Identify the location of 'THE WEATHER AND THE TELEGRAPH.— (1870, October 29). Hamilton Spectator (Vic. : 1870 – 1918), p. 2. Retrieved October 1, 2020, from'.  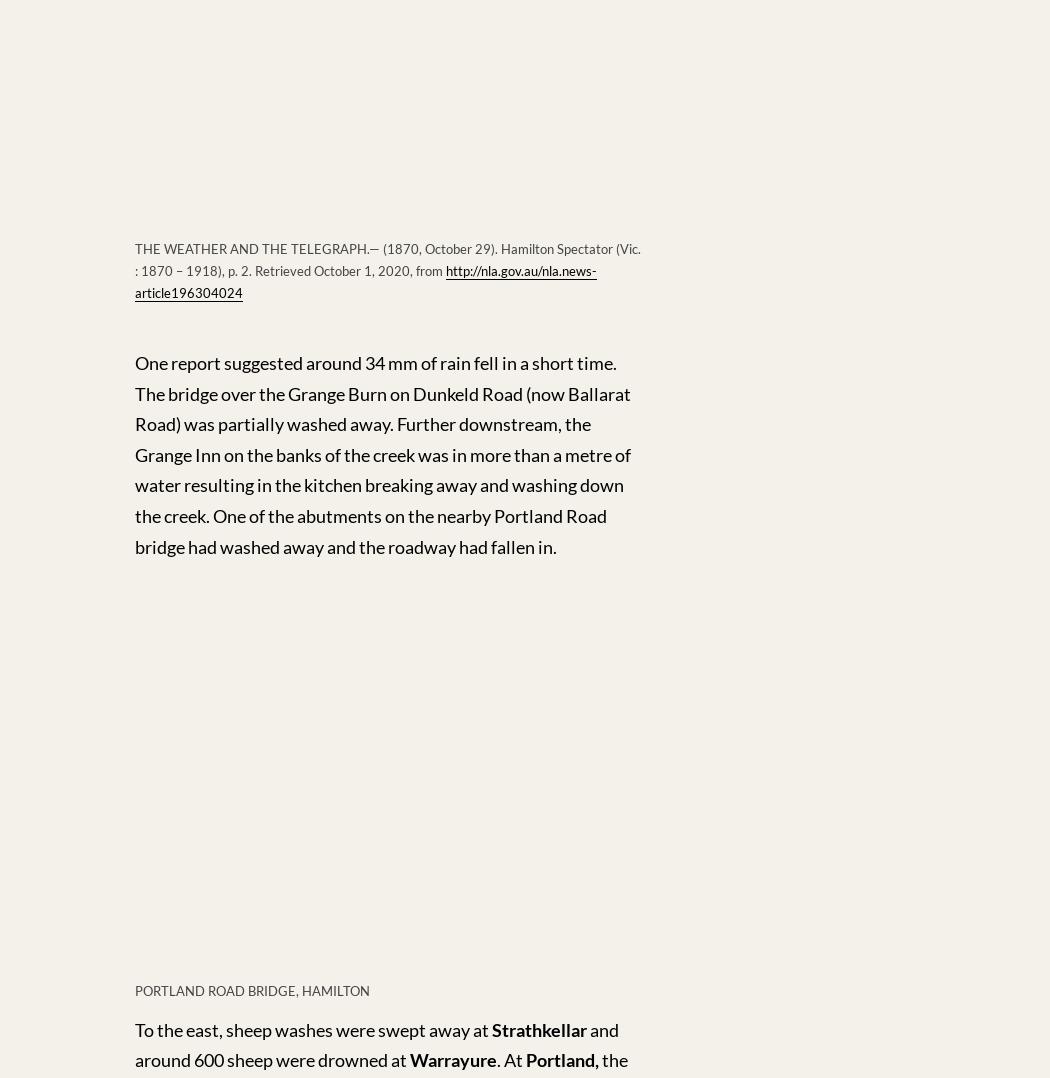
(387, 259).